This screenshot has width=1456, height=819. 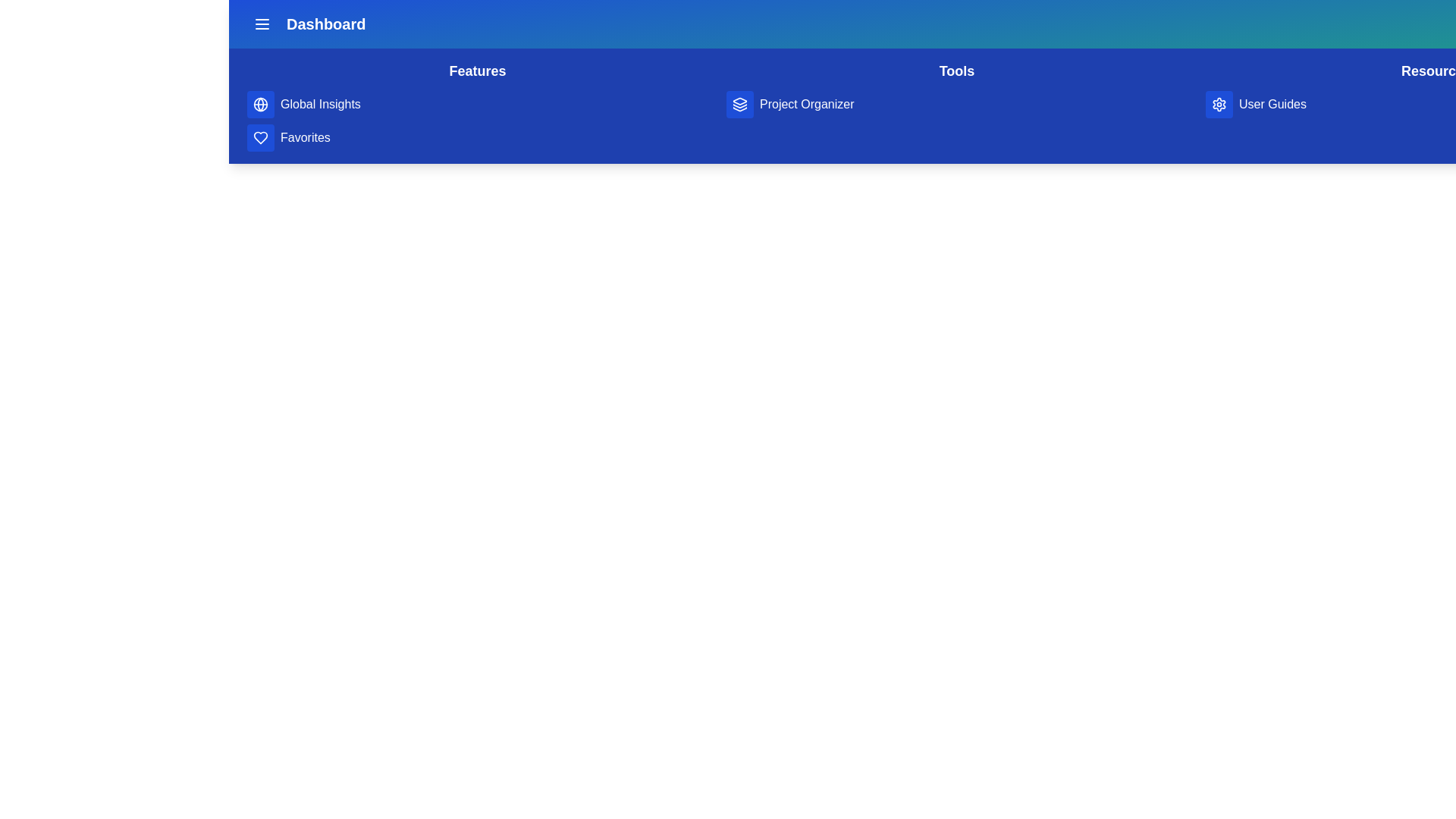 What do you see at coordinates (739, 105) in the screenshot?
I see `the middle layer of the three-layer icon representing the 'Project Organizer' feature located near the top-right of the blue navigation bar in the 'Tools' section` at bounding box center [739, 105].